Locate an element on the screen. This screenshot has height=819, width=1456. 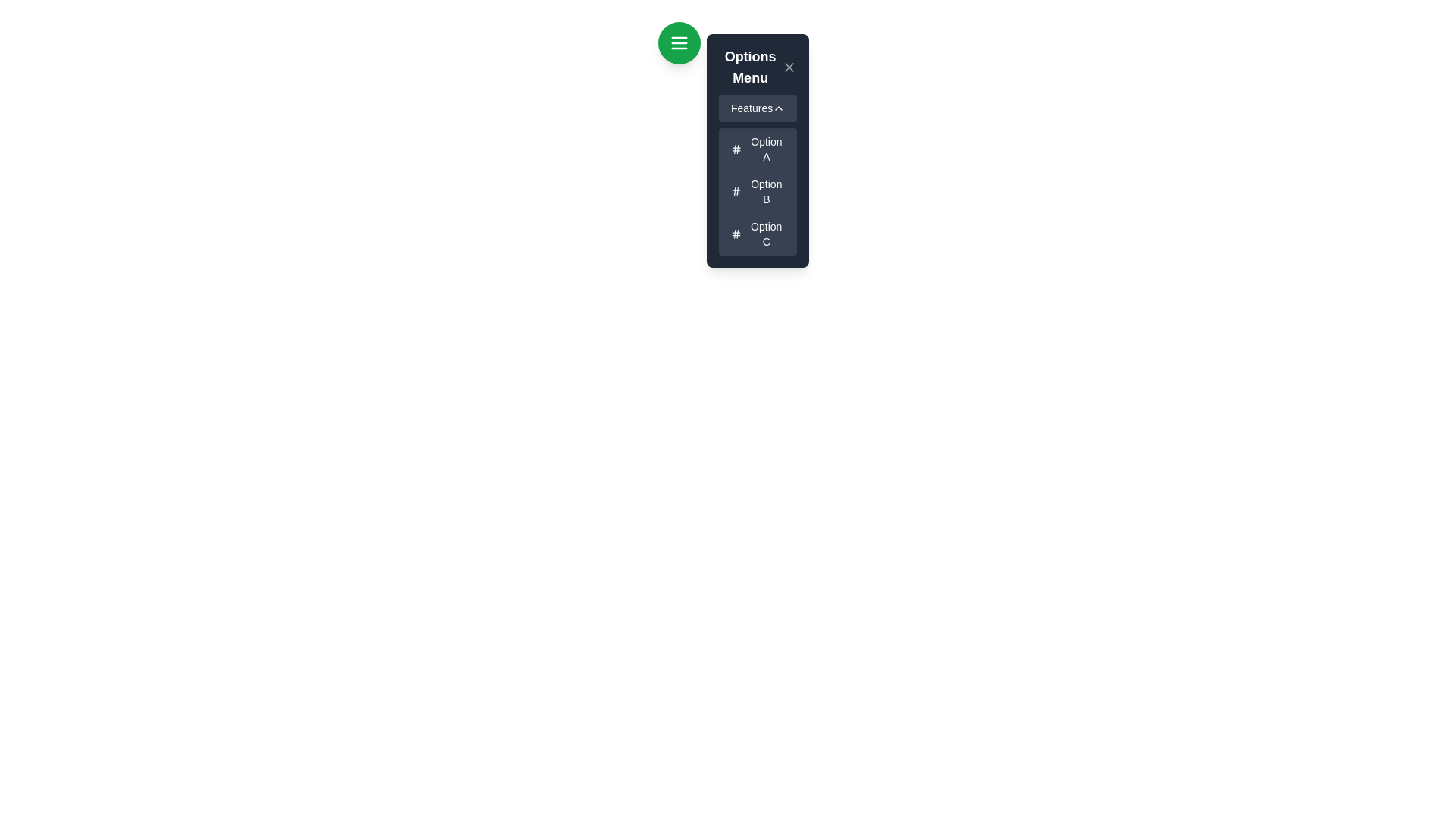
the 'Features' text label styled in white color on a dark gray background, located at the upper section of the 'Options Menu' panel is located at coordinates (752, 107).